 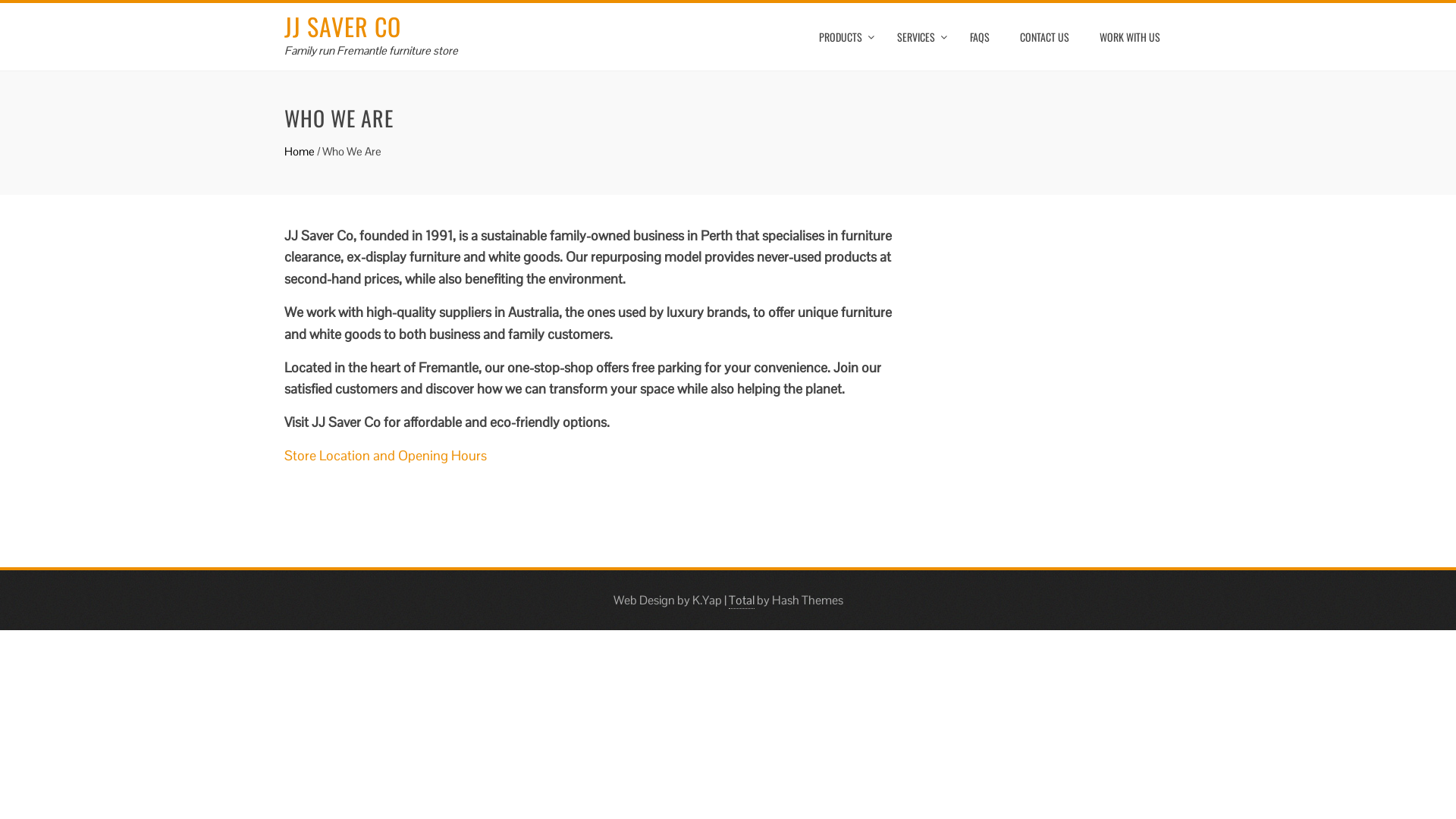 What do you see at coordinates (284, 26) in the screenshot?
I see `'JJ SAVER CO'` at bounding box center [284, 26].